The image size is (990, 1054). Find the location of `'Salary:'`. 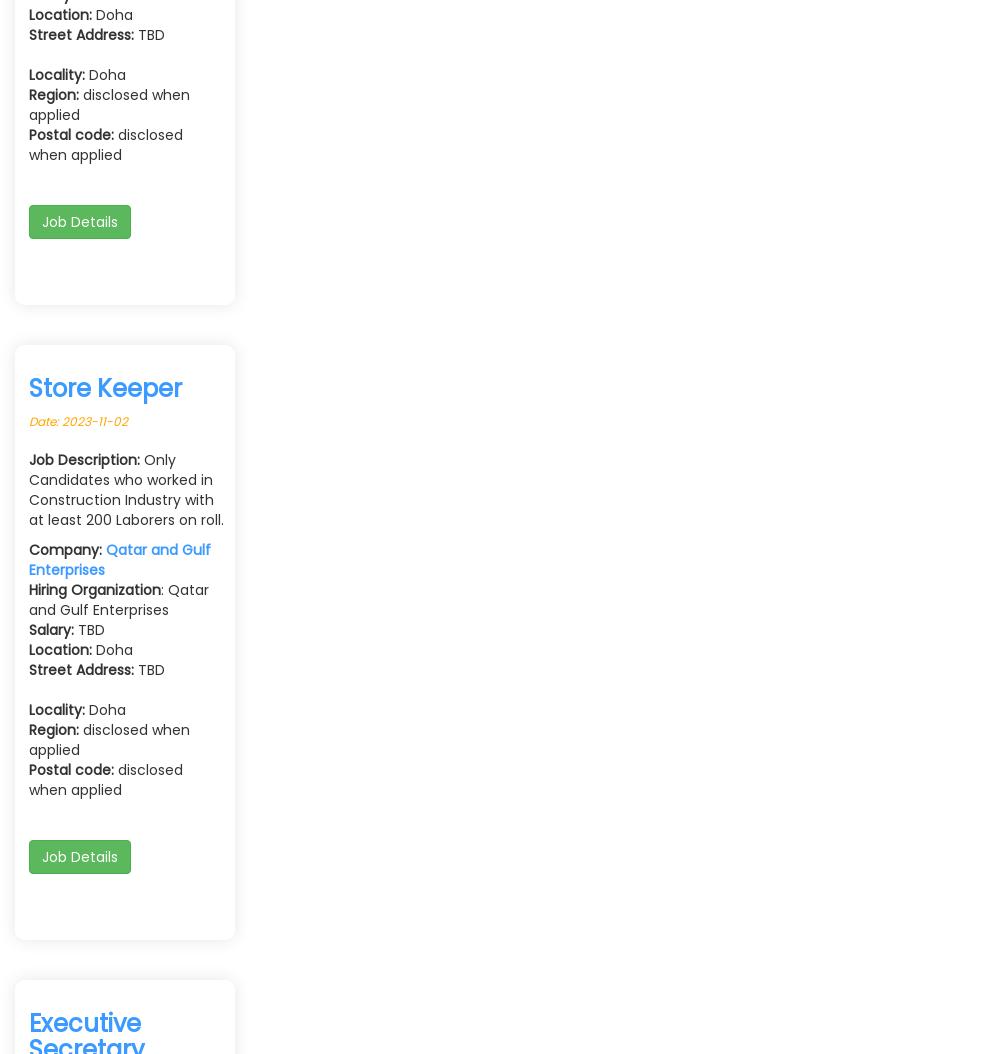

'Salary:' is located at coordinates (51, 628).